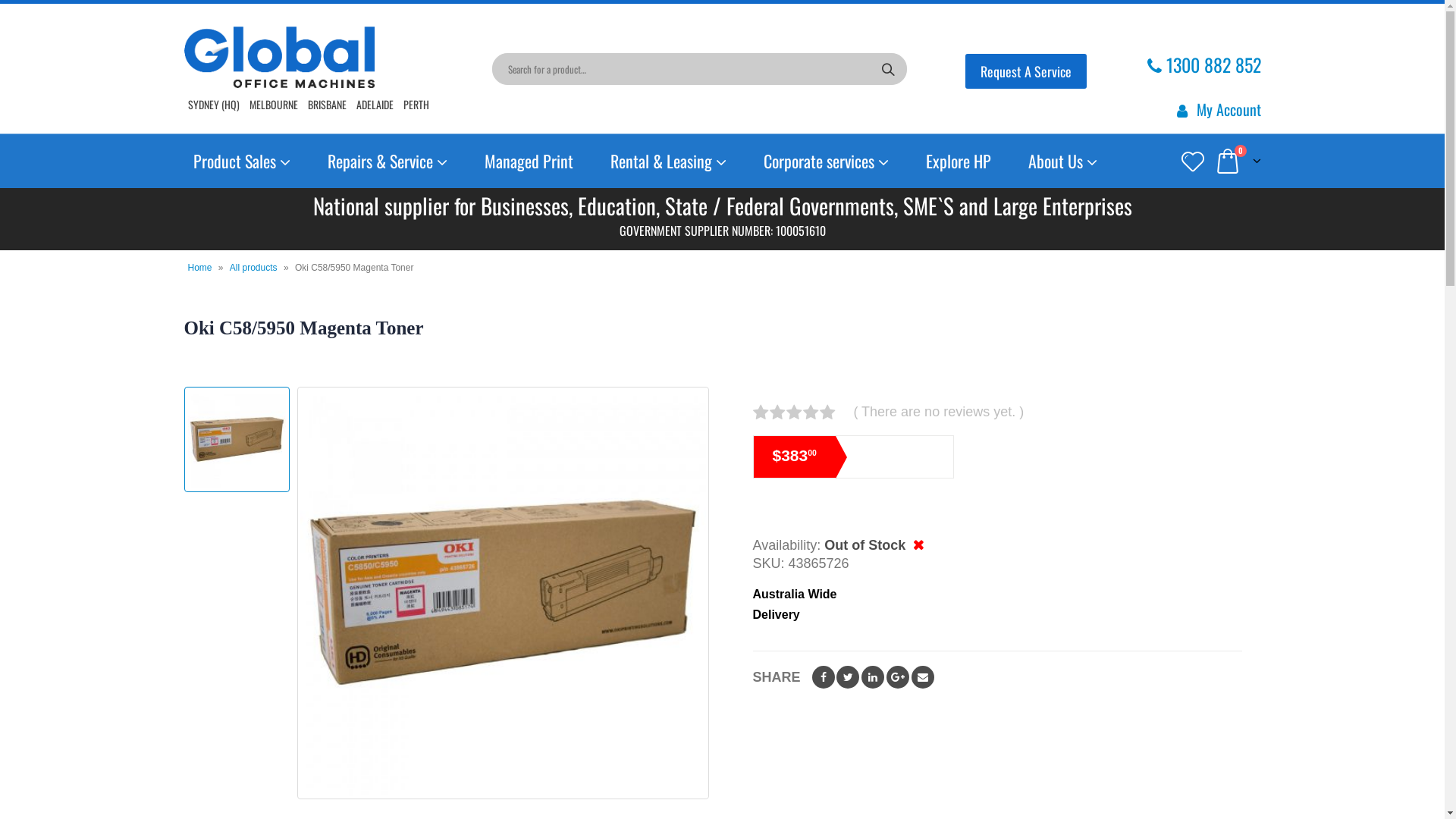  What do you see at coordinates (1062, 161) in the screenshot?
I see `'About Us'` at bounding box center [1062, 161].